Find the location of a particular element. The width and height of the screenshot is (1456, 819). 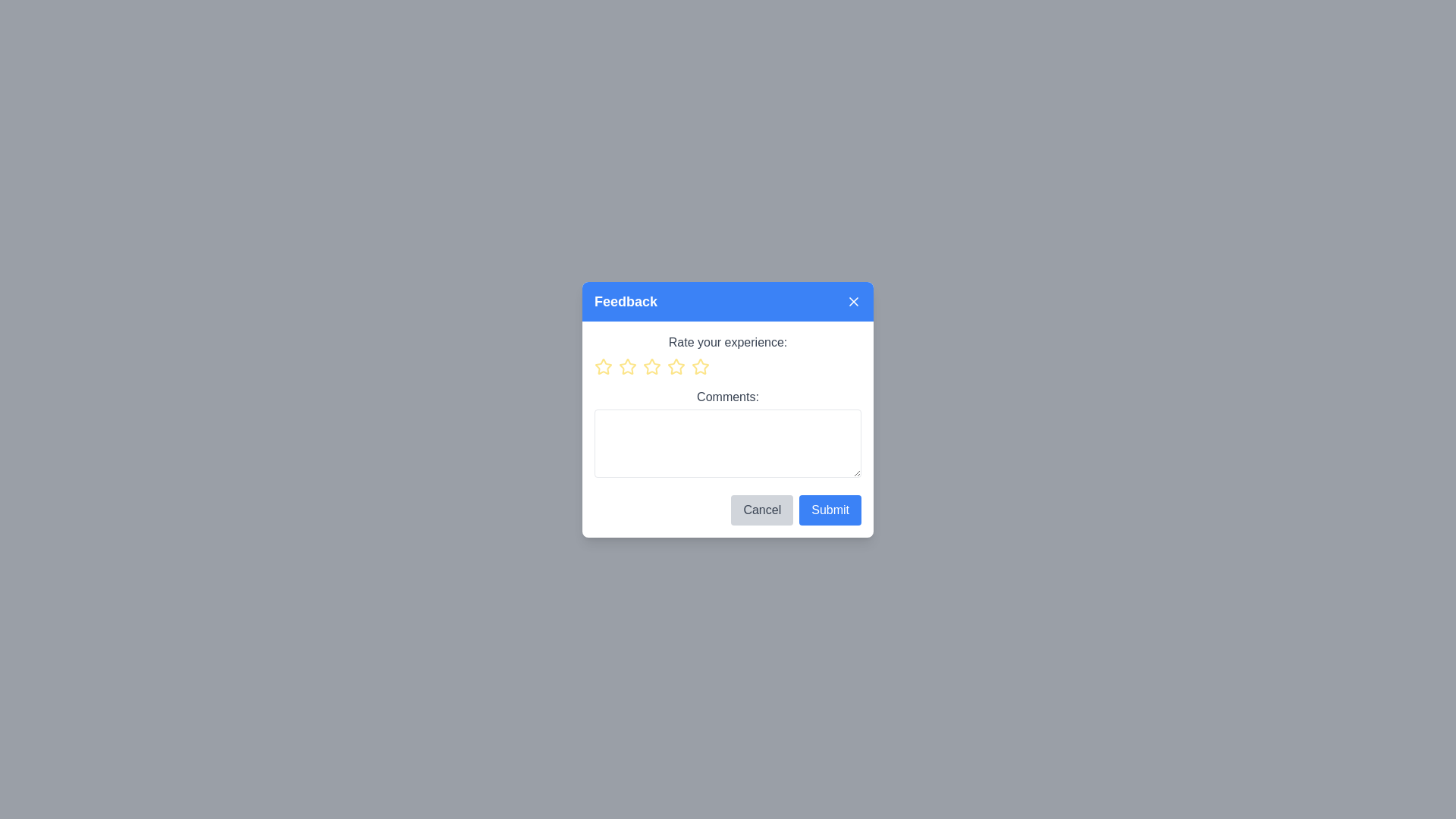

the 'Feedback' static text label displayed in bold font on a blue background, located at the top-left corner of the dialog box is located at coordinates (626, 301).